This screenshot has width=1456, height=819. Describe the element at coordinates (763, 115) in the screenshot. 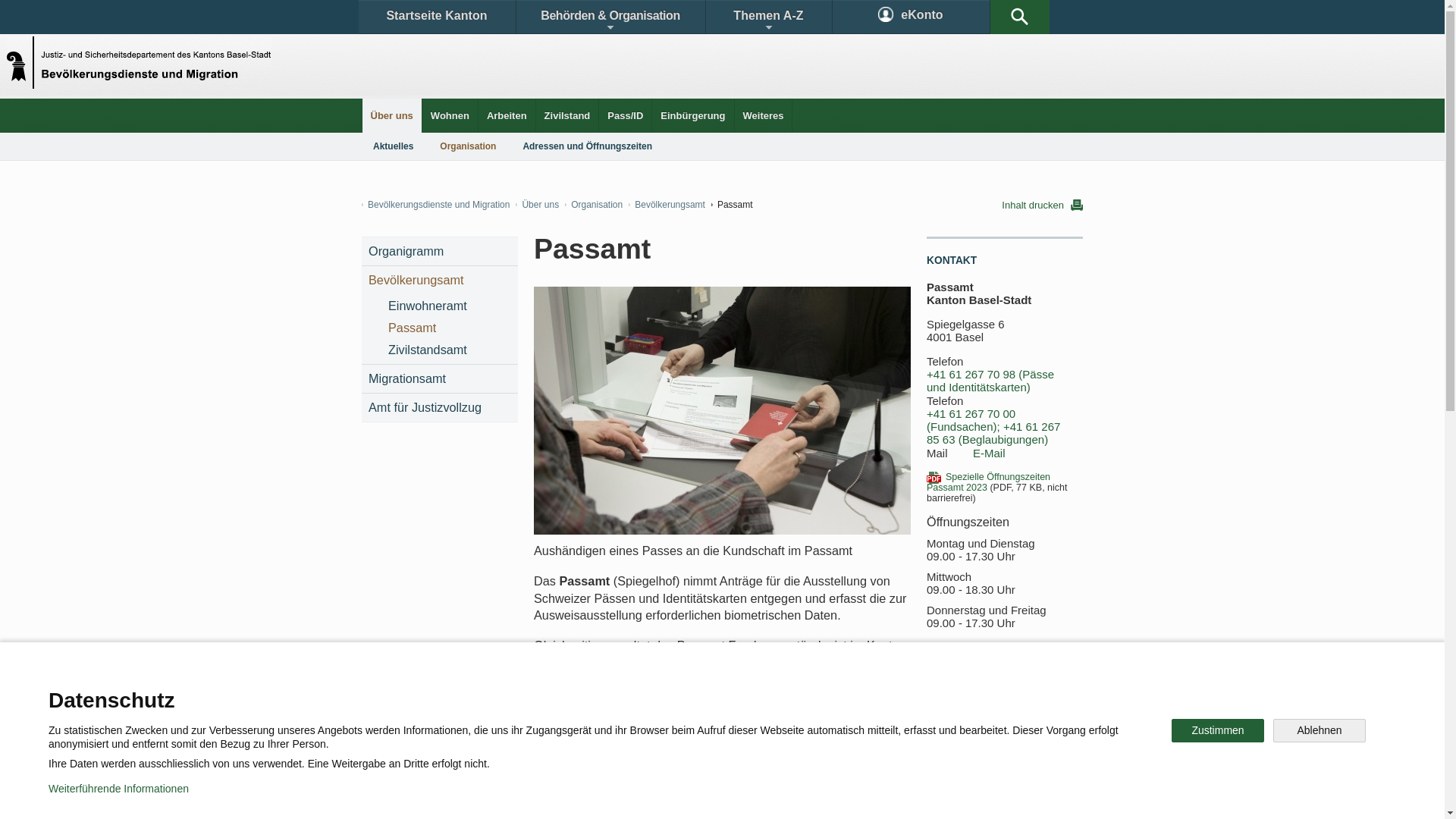

I see `'Weiteres'` at that location.